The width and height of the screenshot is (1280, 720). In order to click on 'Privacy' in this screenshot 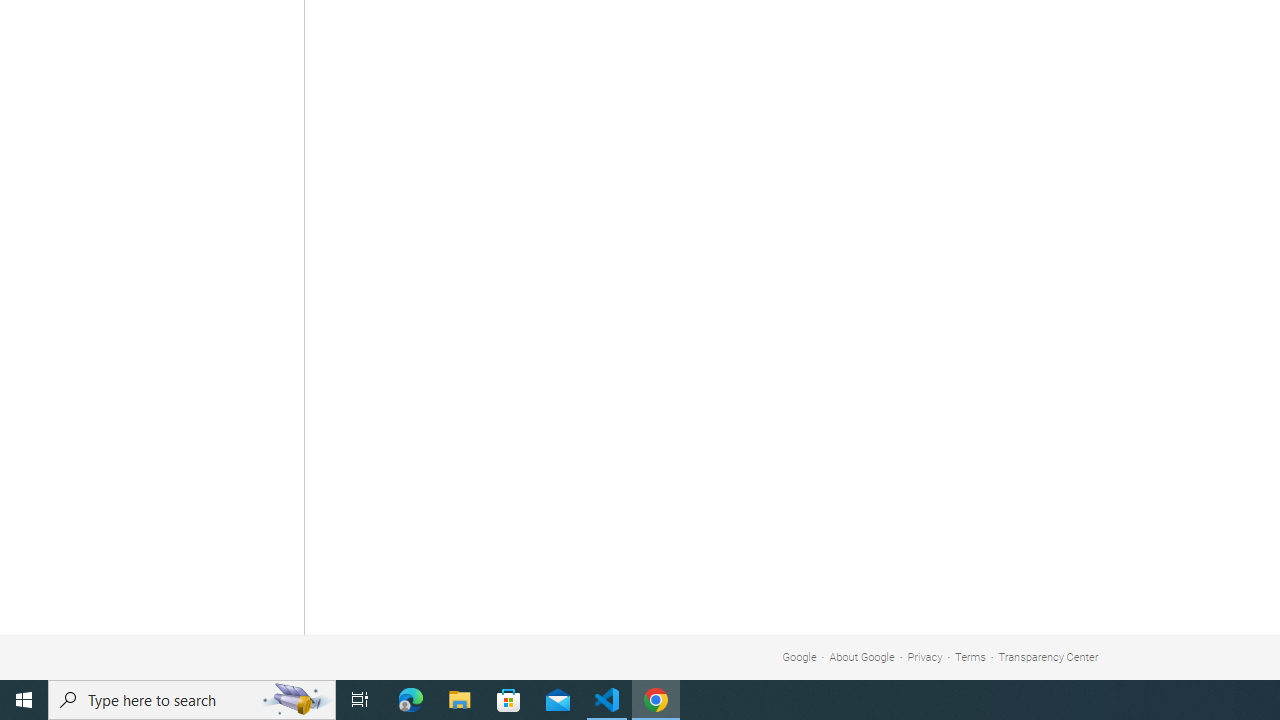, I will do `click(924, 657)`.